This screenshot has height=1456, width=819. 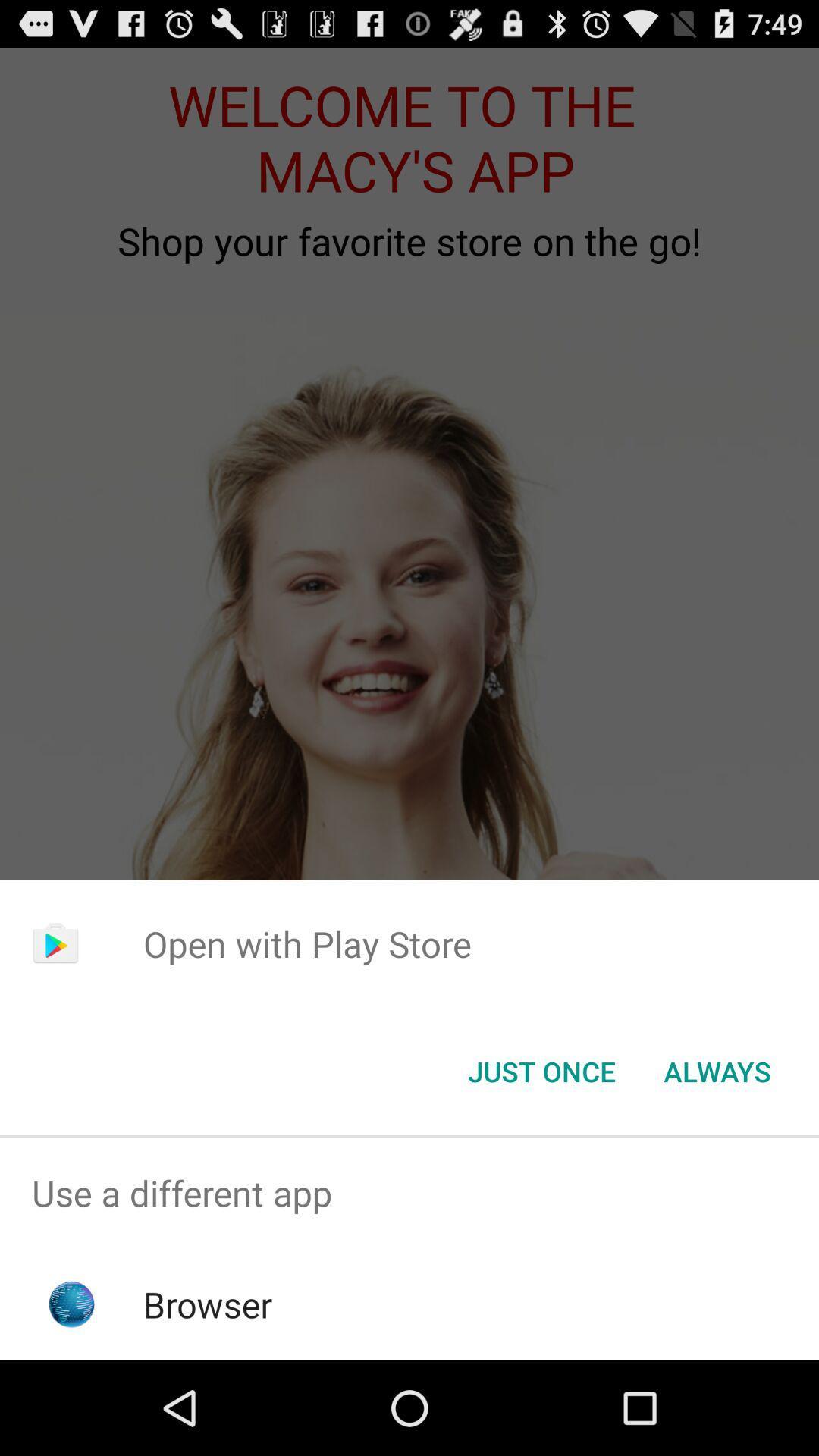 What do you see at coordinates (409, 1192) in the screenshot?
I see `use a different app` at bounding box center [409, 1192].